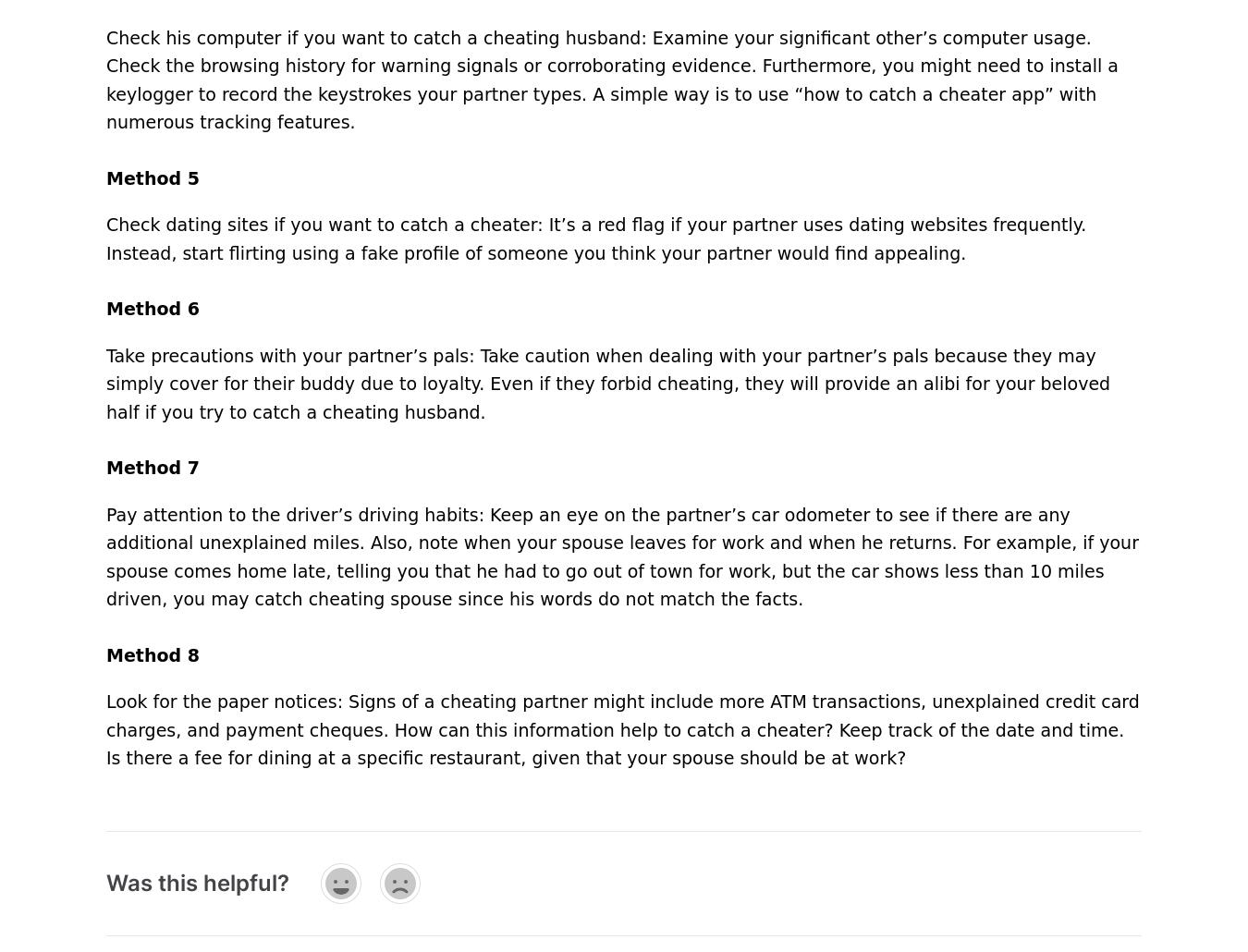  I want to click on 'Was this helpful?', so click(197, 882).